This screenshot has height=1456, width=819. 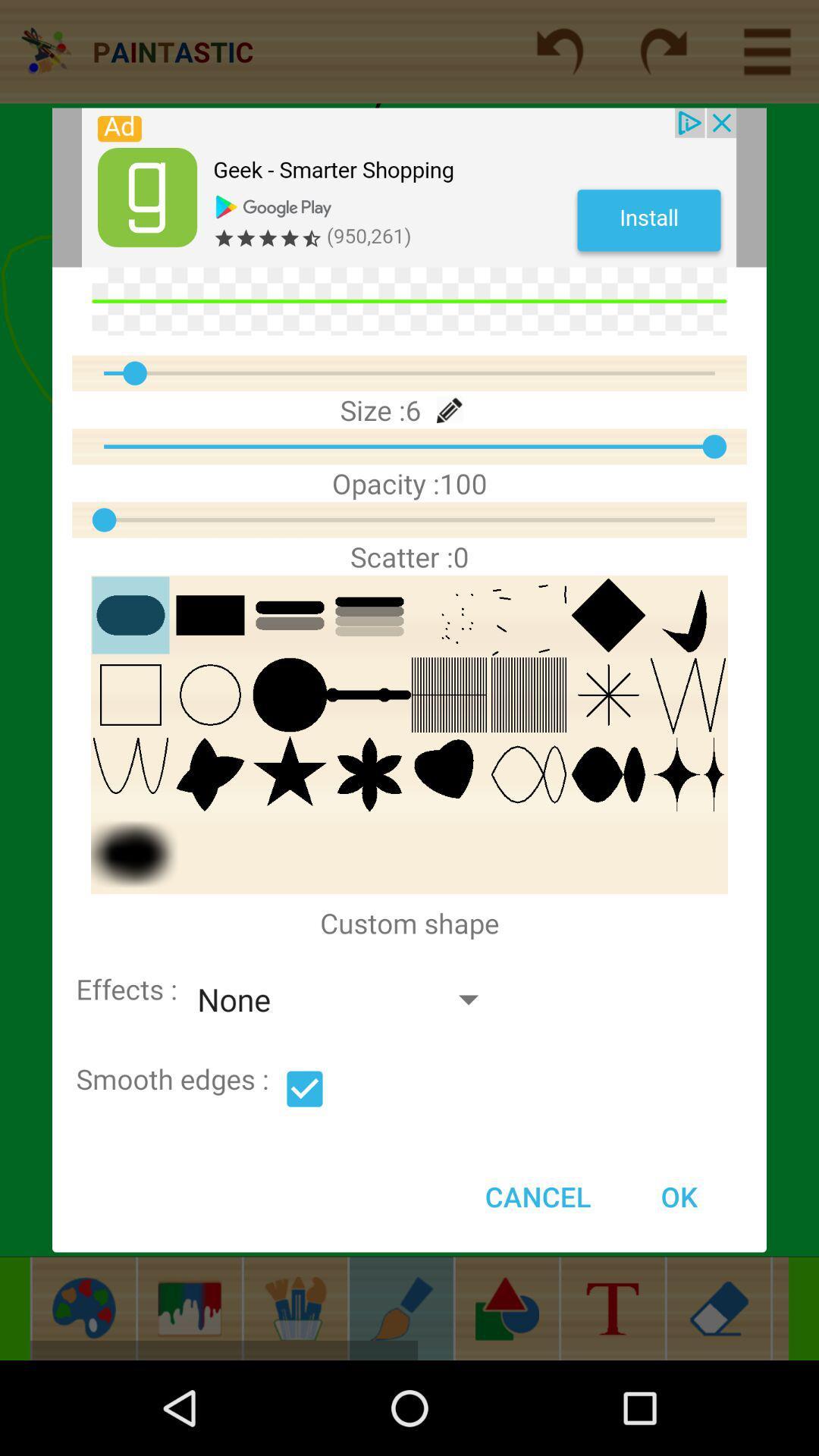 I want to click on smoothe edge, so click(x=304, y=1088).